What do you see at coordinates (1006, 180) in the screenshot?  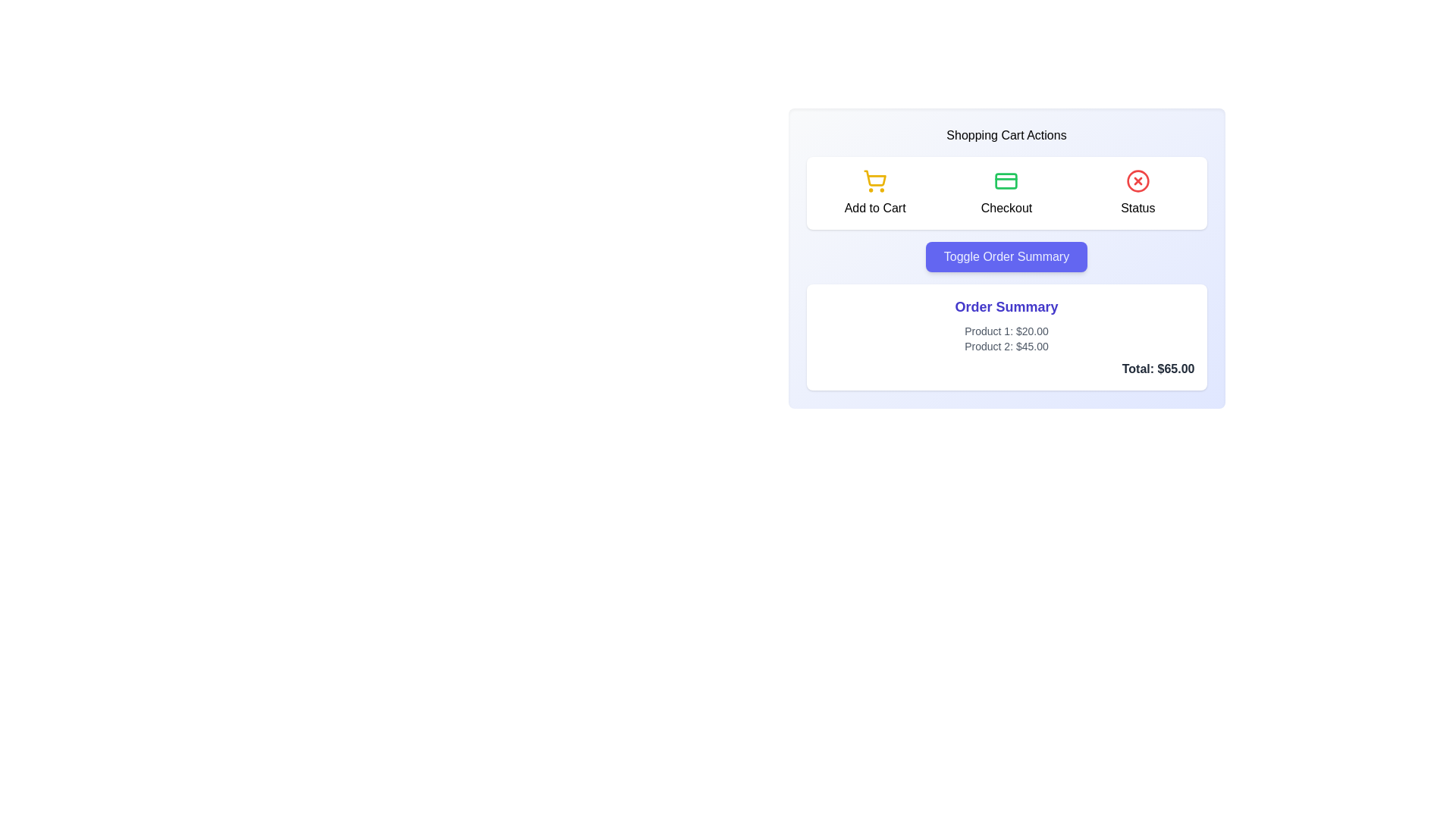 I see `the credit card icon styled in green, located in the second column between the 'Add to Cart' and 'Status' buttons, above the 'Checkout' text, for status indication` at bounding box center [1006, 180].